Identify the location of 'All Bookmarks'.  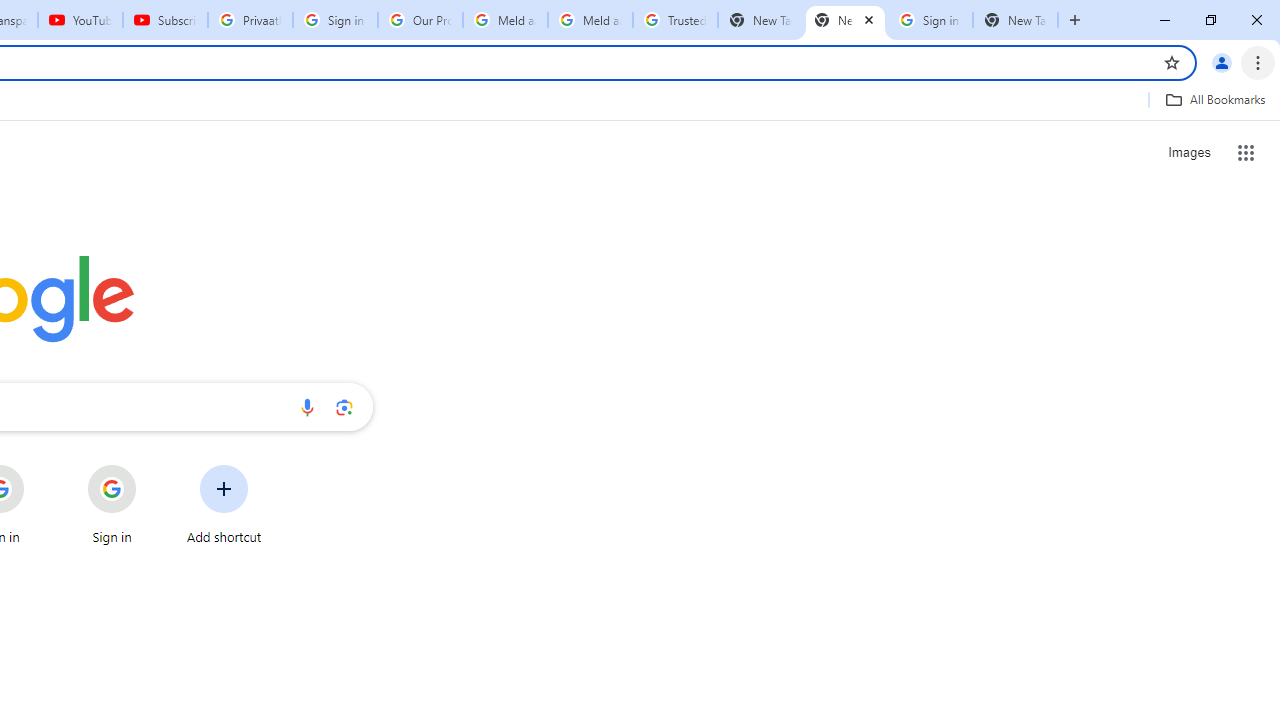
(1214, 99).